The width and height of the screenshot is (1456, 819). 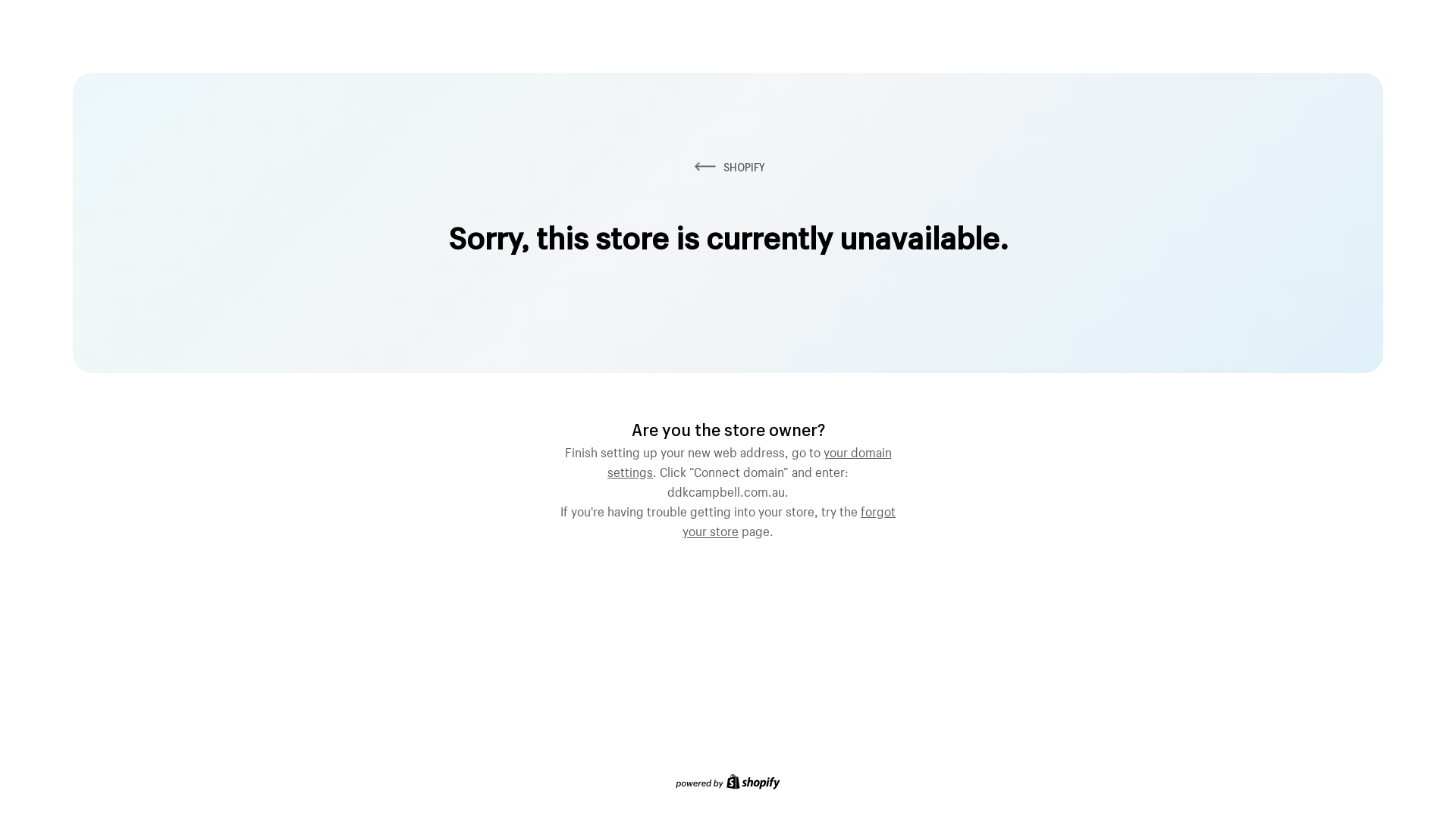 What do you see at coordinates (789, 519) in the screenshot?
I see `'forgot your store'` at bounding box center [789, 519].